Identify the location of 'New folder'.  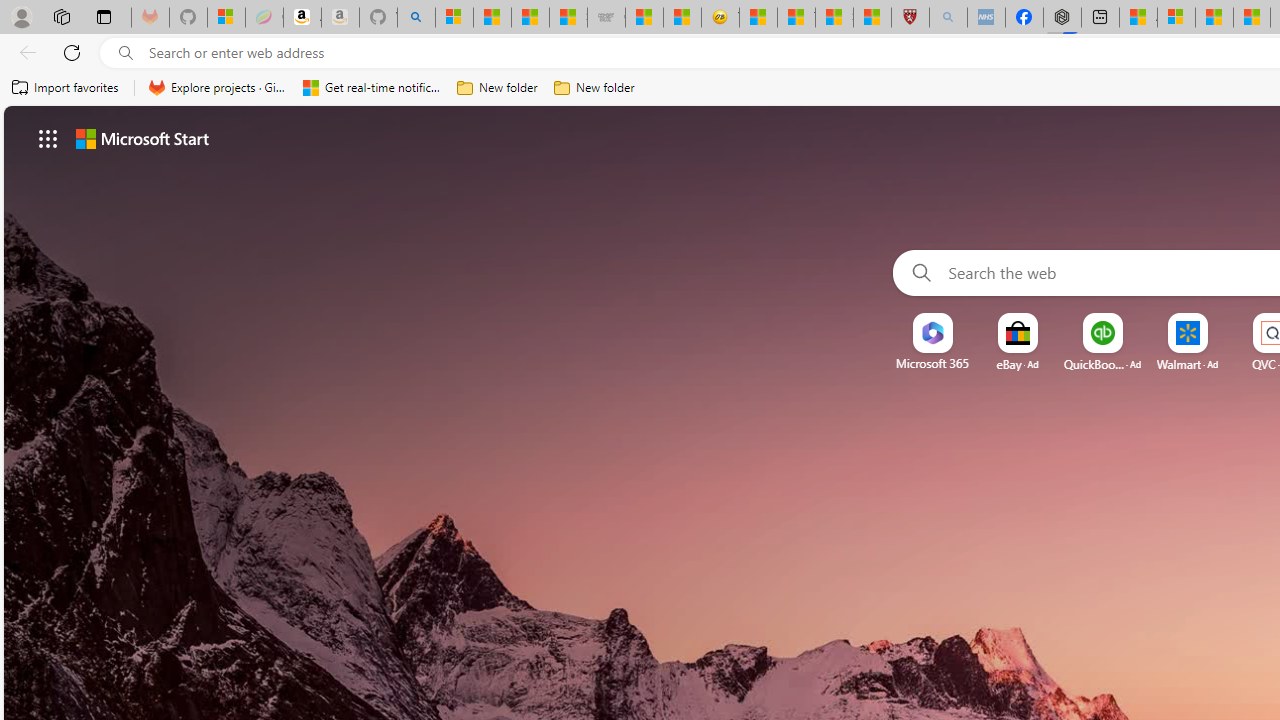
(593, 87).